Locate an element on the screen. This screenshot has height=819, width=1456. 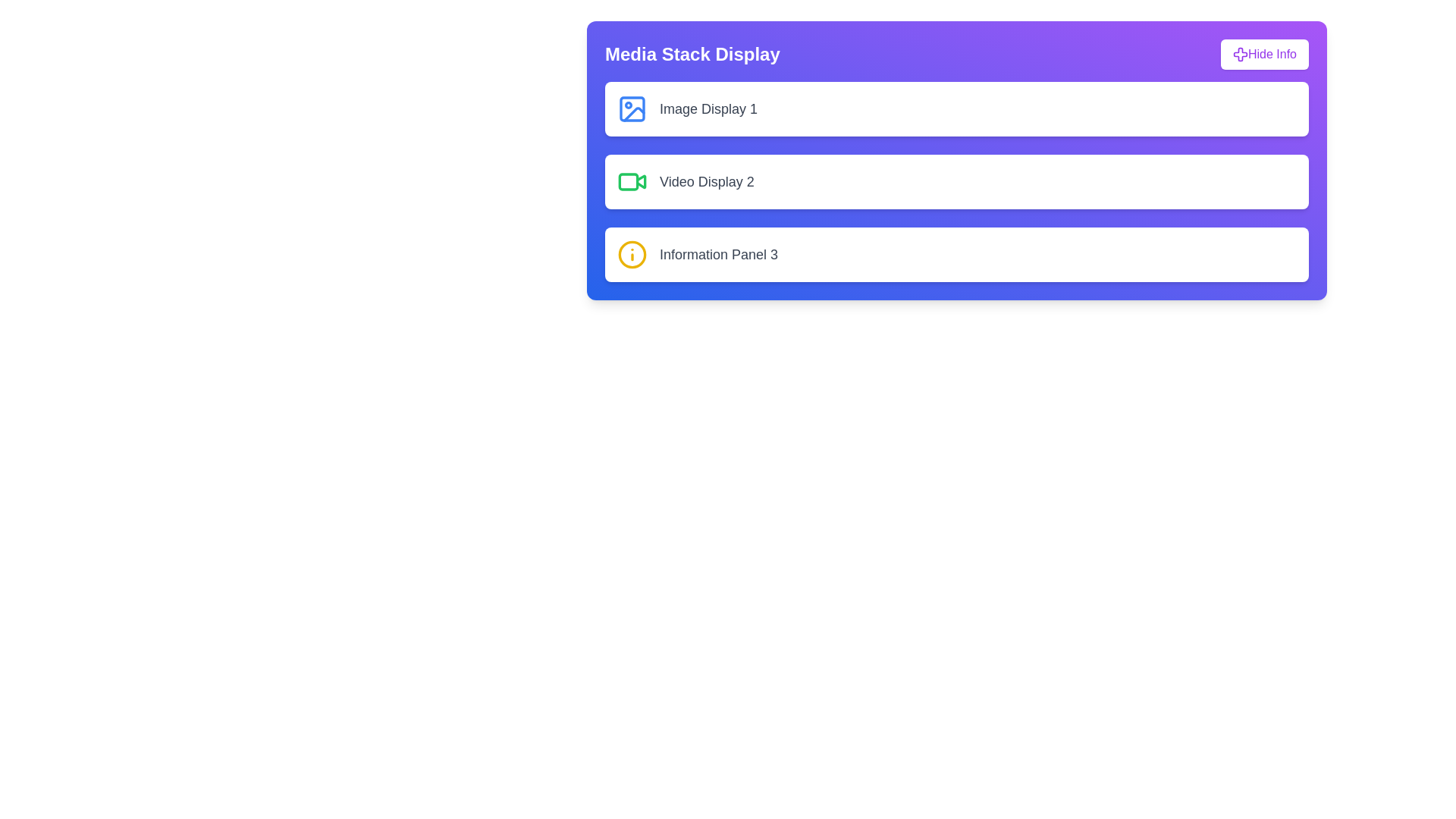
the decorative shape with rounded corners located inside the image frame icon in the 'Media Stack Display' section is located at coordinates (632, 108).